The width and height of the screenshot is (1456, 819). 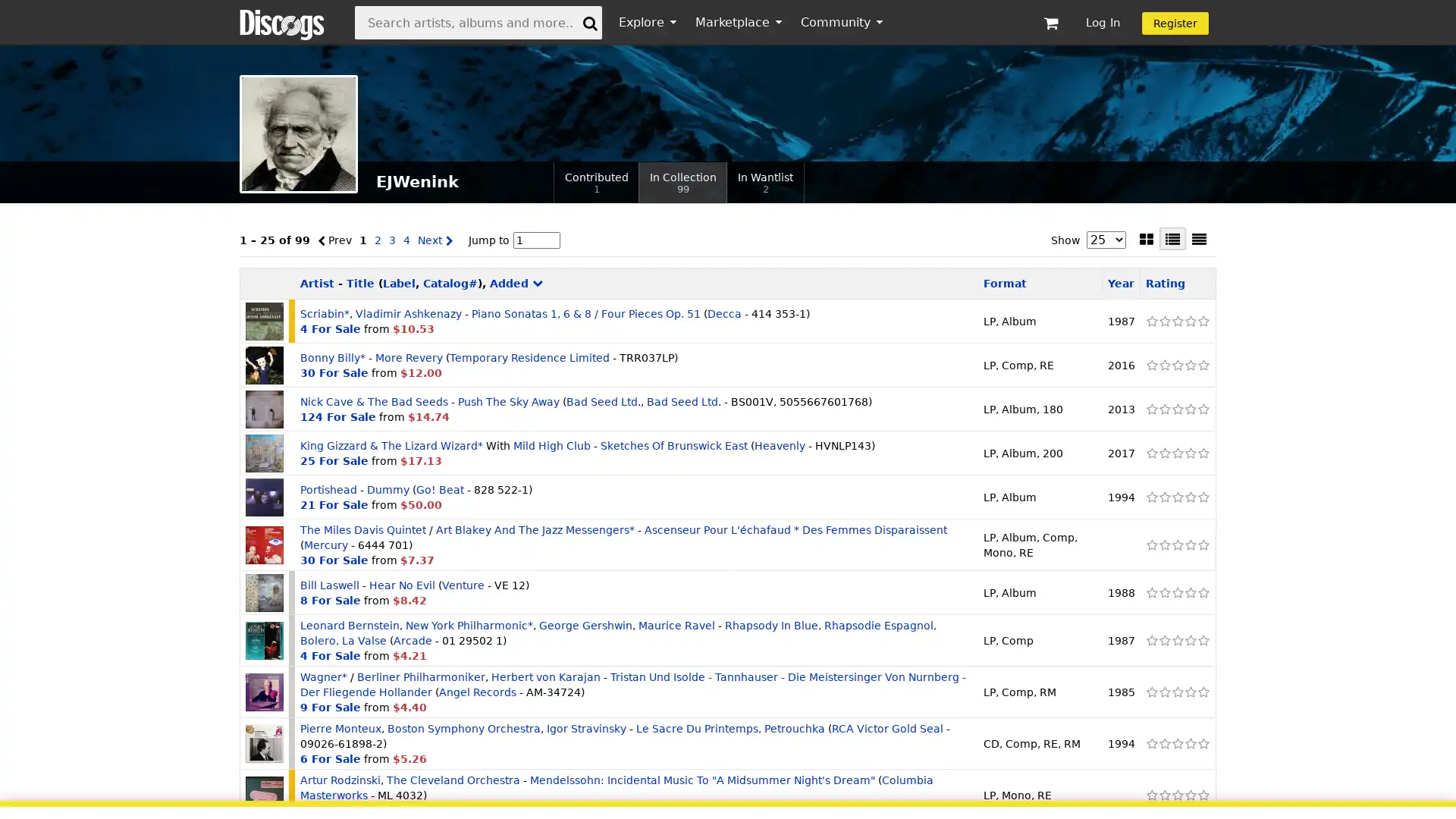 I want to click on Rate this release 4 stars., so click(x=1189, y=544).